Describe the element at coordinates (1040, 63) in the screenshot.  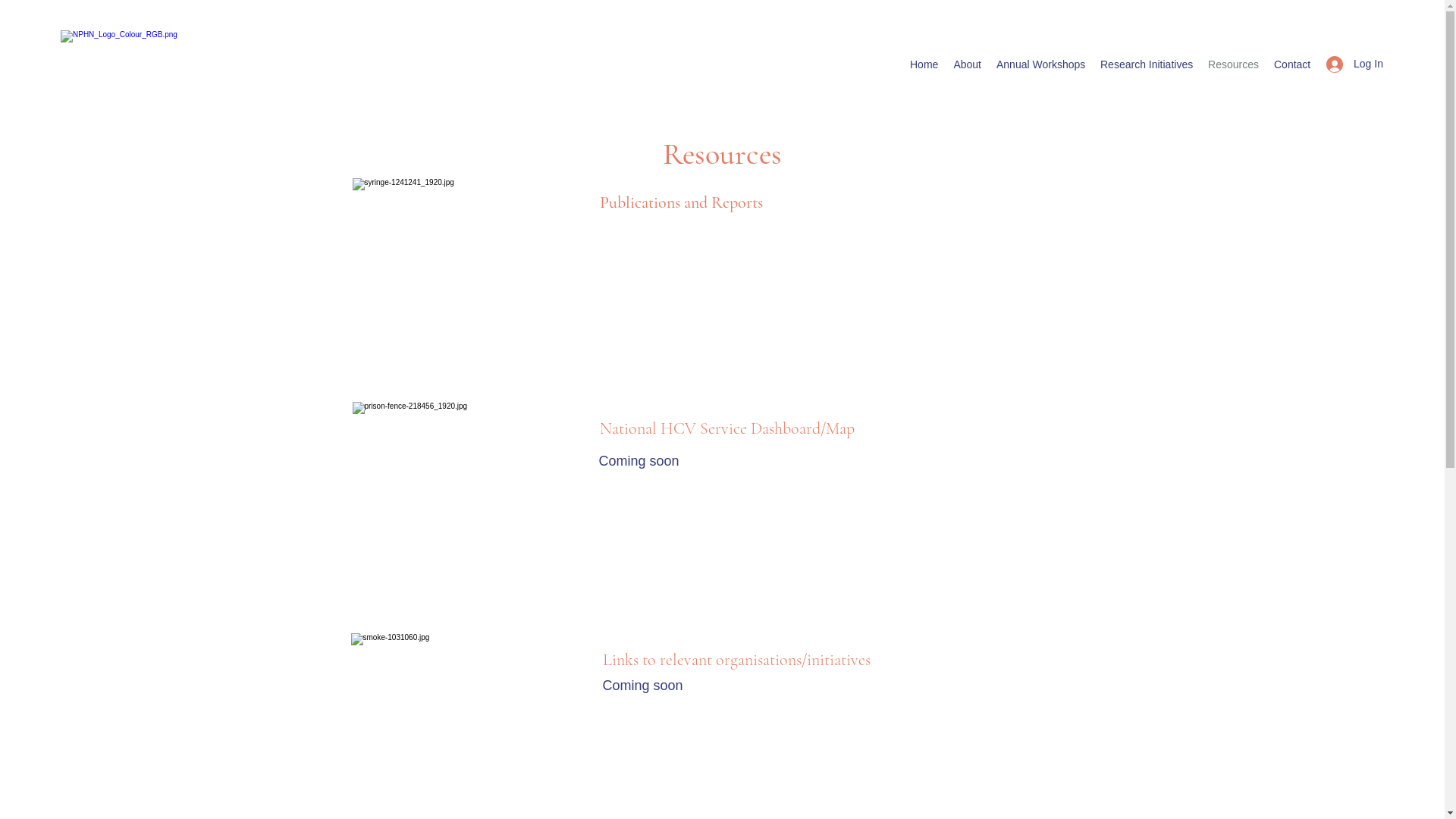
I see `'Annual Workshops'` at that location.